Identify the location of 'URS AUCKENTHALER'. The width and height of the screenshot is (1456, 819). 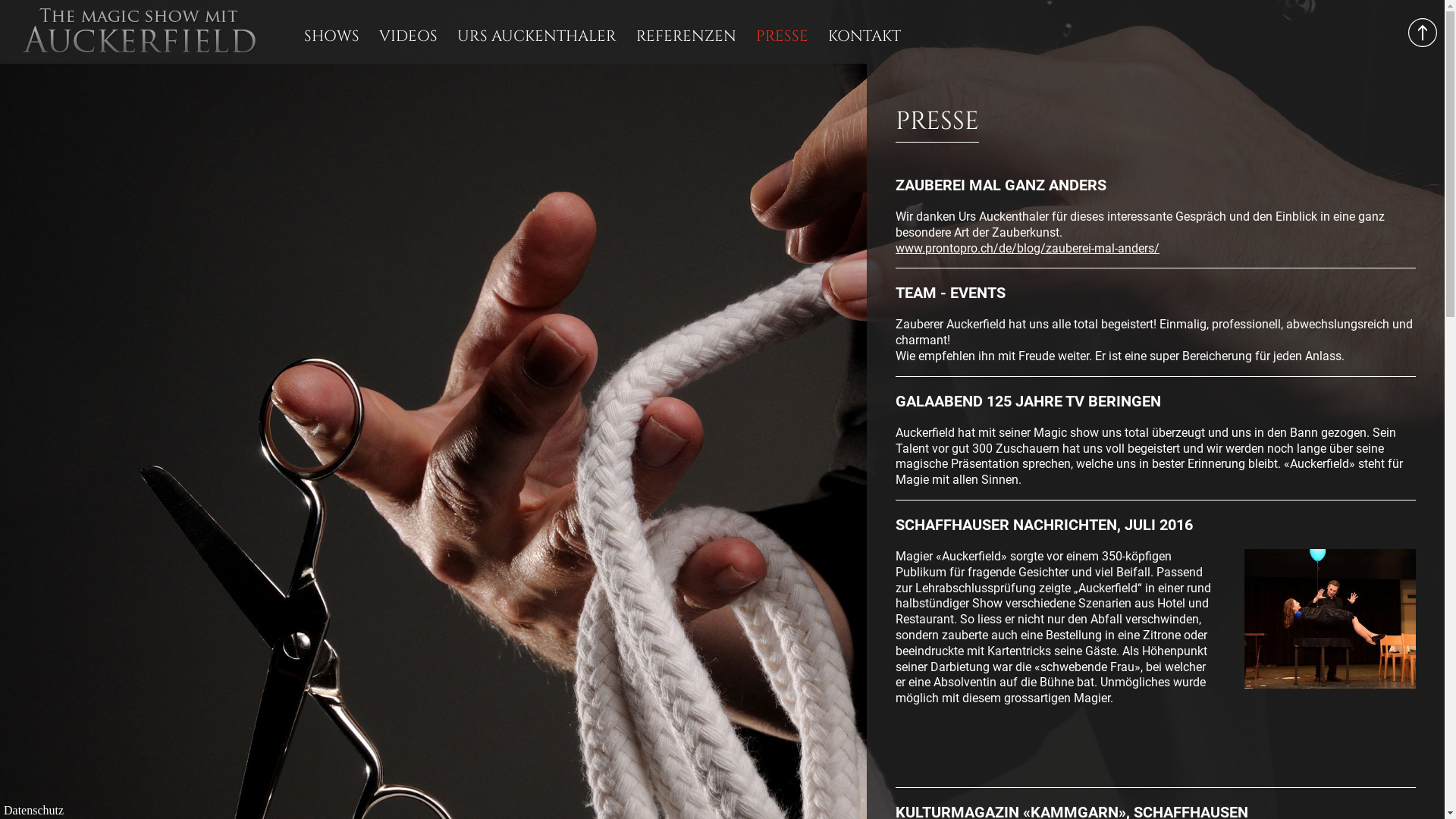
(537, 35).